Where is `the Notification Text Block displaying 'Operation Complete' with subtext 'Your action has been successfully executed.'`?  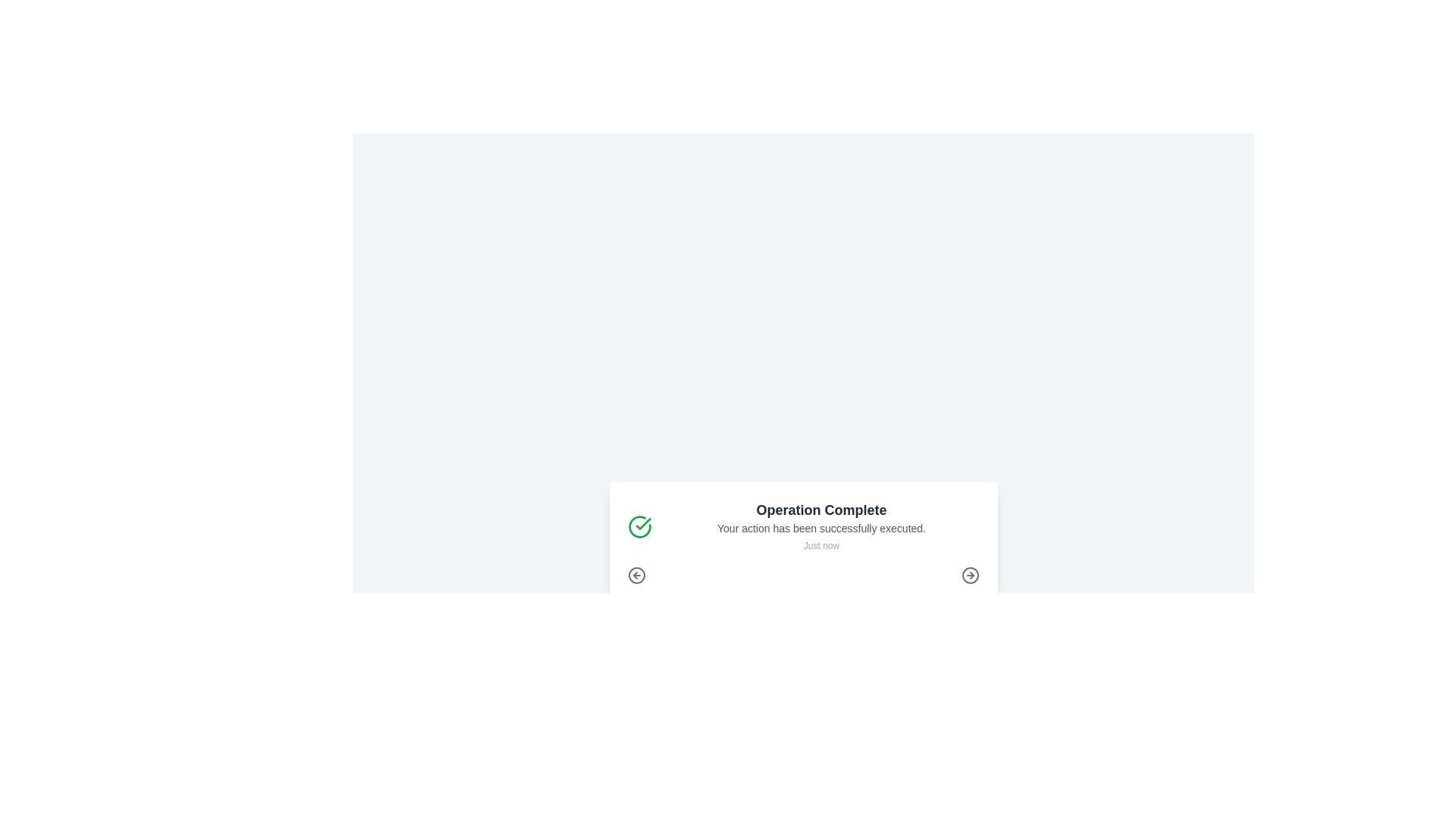
the Notification Text Block displaying 'Operation Complete' with subtext 'Your action has been successfully executed.' is located at coordinates (821, 526).